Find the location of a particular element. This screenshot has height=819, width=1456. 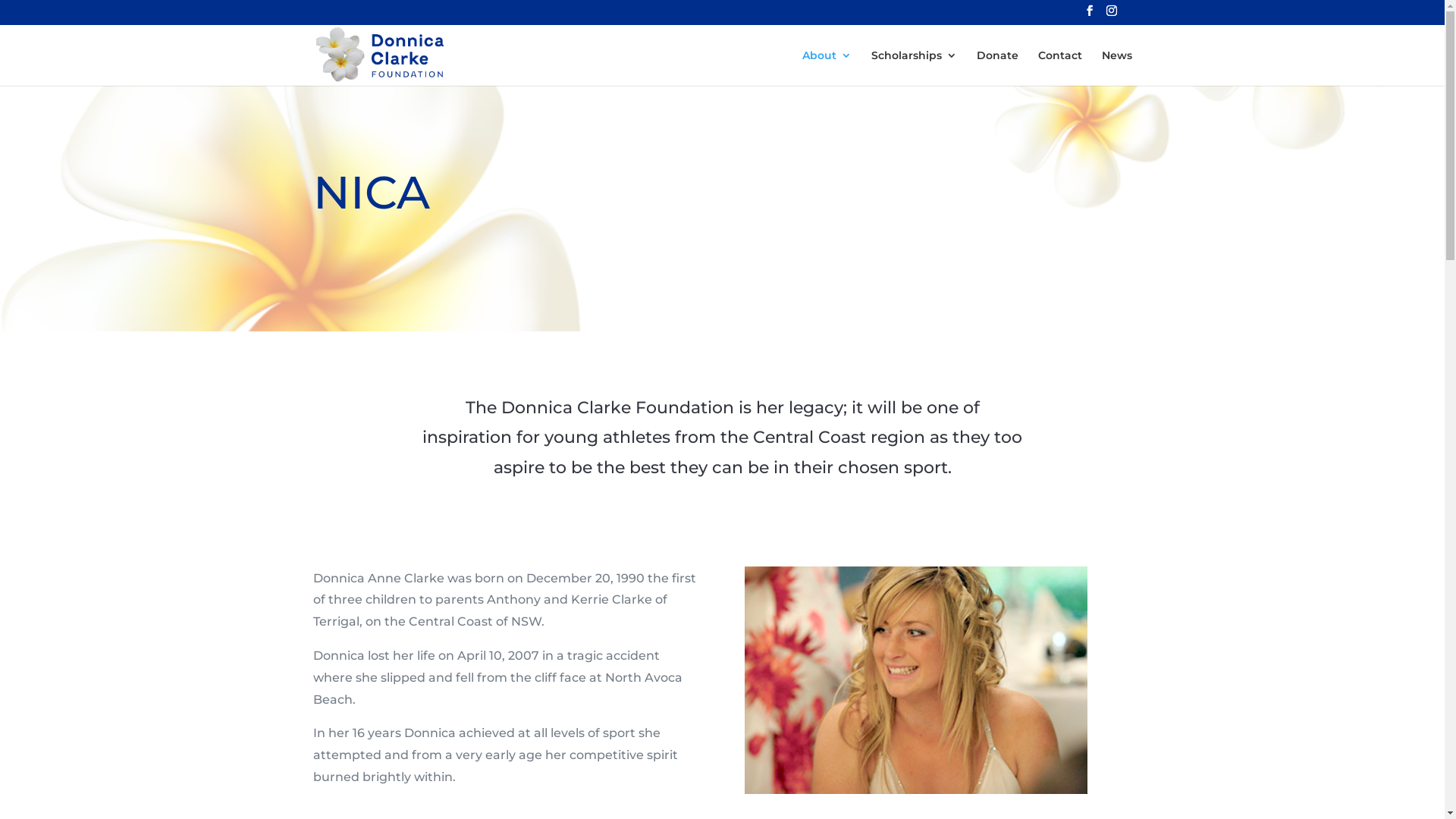

'Contact' is located at coordinates (1058, 67).